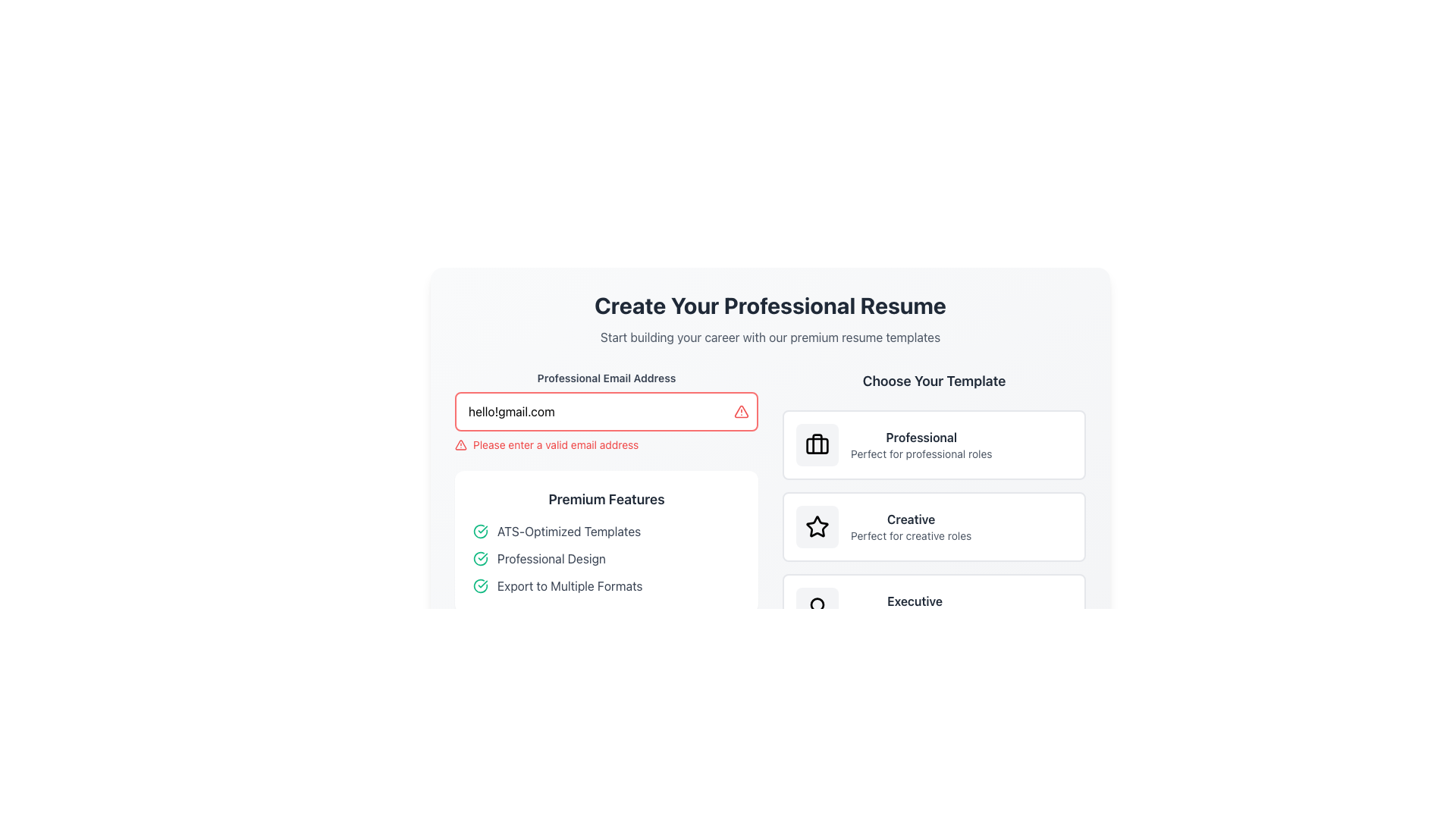  What do you see at coordinates (934, 607) in the screenshot?
I see `the selectable button for the 'Executive' template located in the 'Choose Your Template' section, specifically the third option below 'Professional' and 'Creative'` at bounding box center [934, 607].